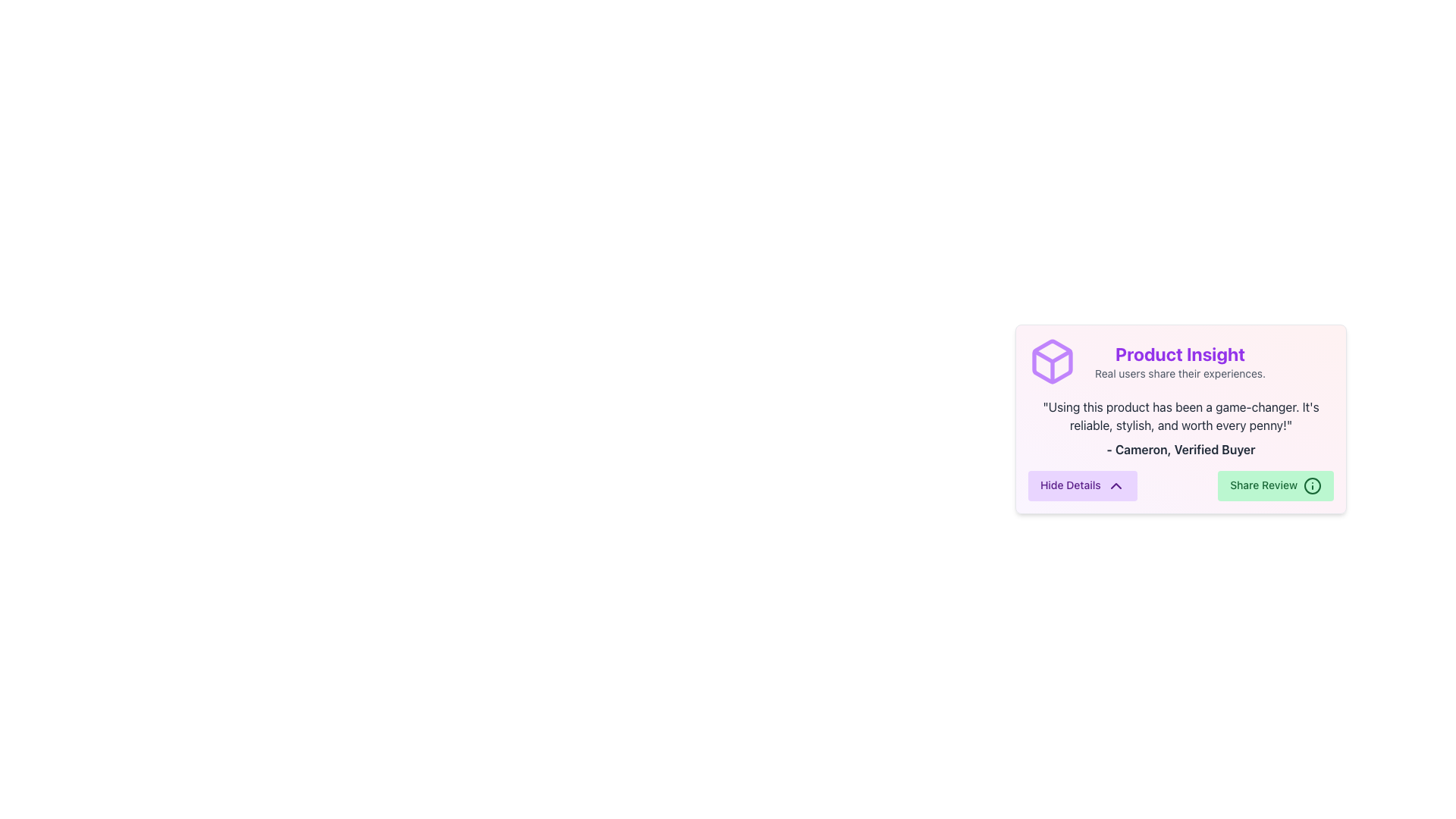 This screenshot has height=819, width=1456. I want to click on the 'Hide Details' button, which features medium purple text on a light purple background and an upward arrow icon, located at the bottom left of the 'Product Insight' grouping box, so click(1081, 485).